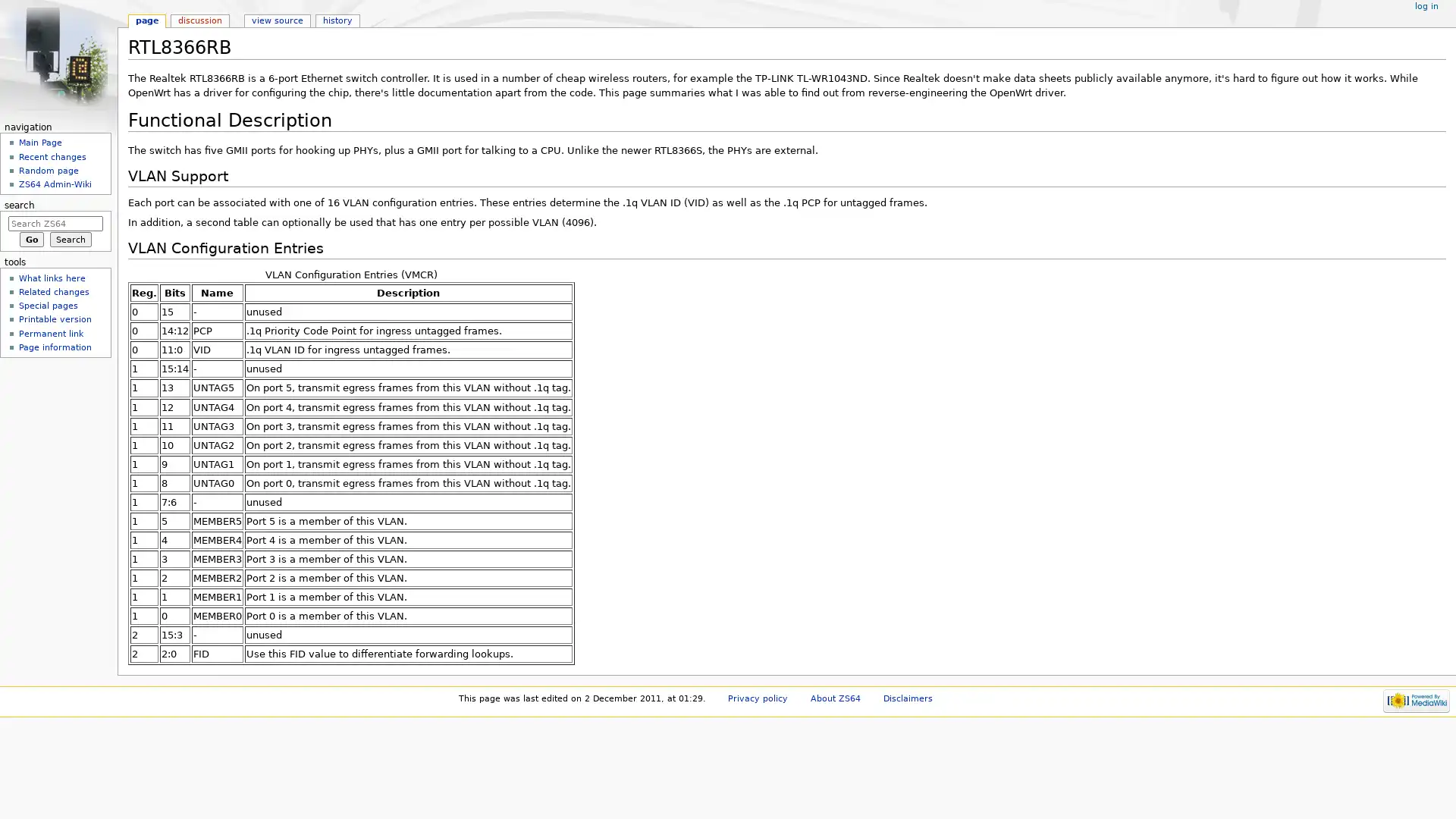 Image resolution: width=1456 pixels, height=819 pixels. Describe the element at coordinates (70, 239) in the screenshot. I see `Search` at that location.